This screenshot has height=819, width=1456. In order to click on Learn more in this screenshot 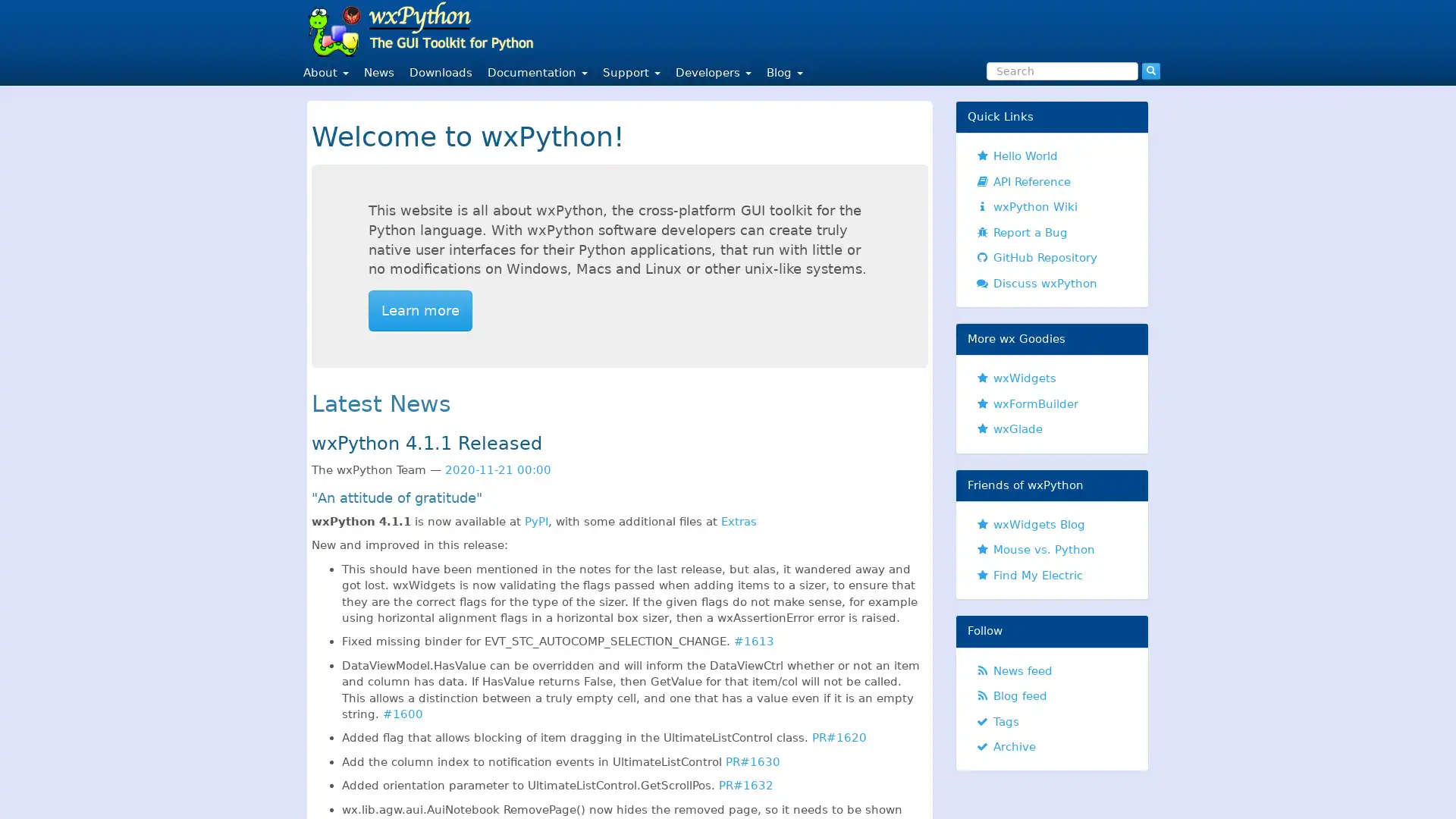, I will do `click(420, 309)`.